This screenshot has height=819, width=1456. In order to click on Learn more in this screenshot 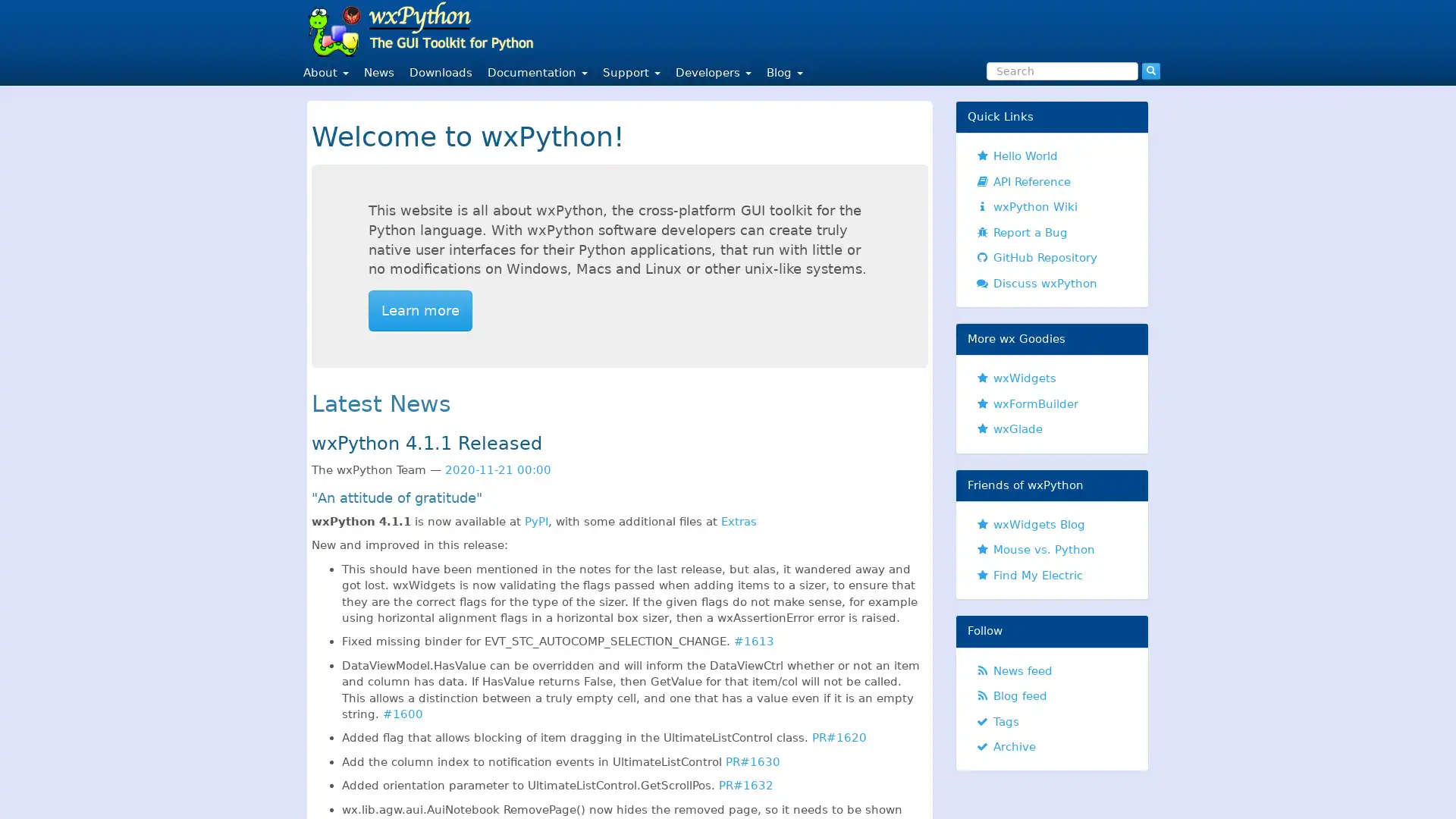, I will do `click(420, 309)`.